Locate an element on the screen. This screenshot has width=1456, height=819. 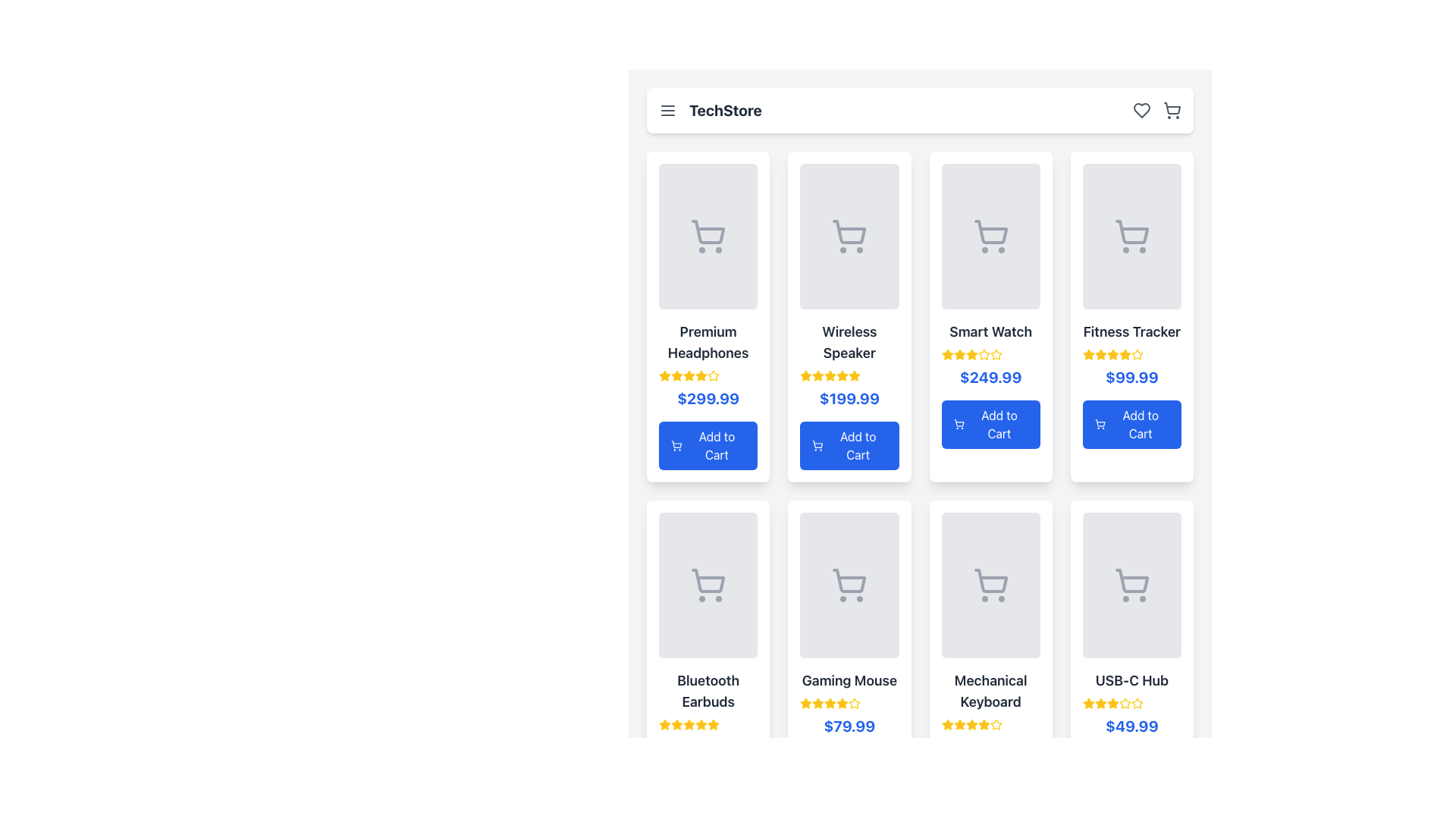
the Rating star icon located in the fifth product card (Bluetooth Earbuds) in the grid layout, positioned under the product title and above the price is located at coordinates (712, 723).